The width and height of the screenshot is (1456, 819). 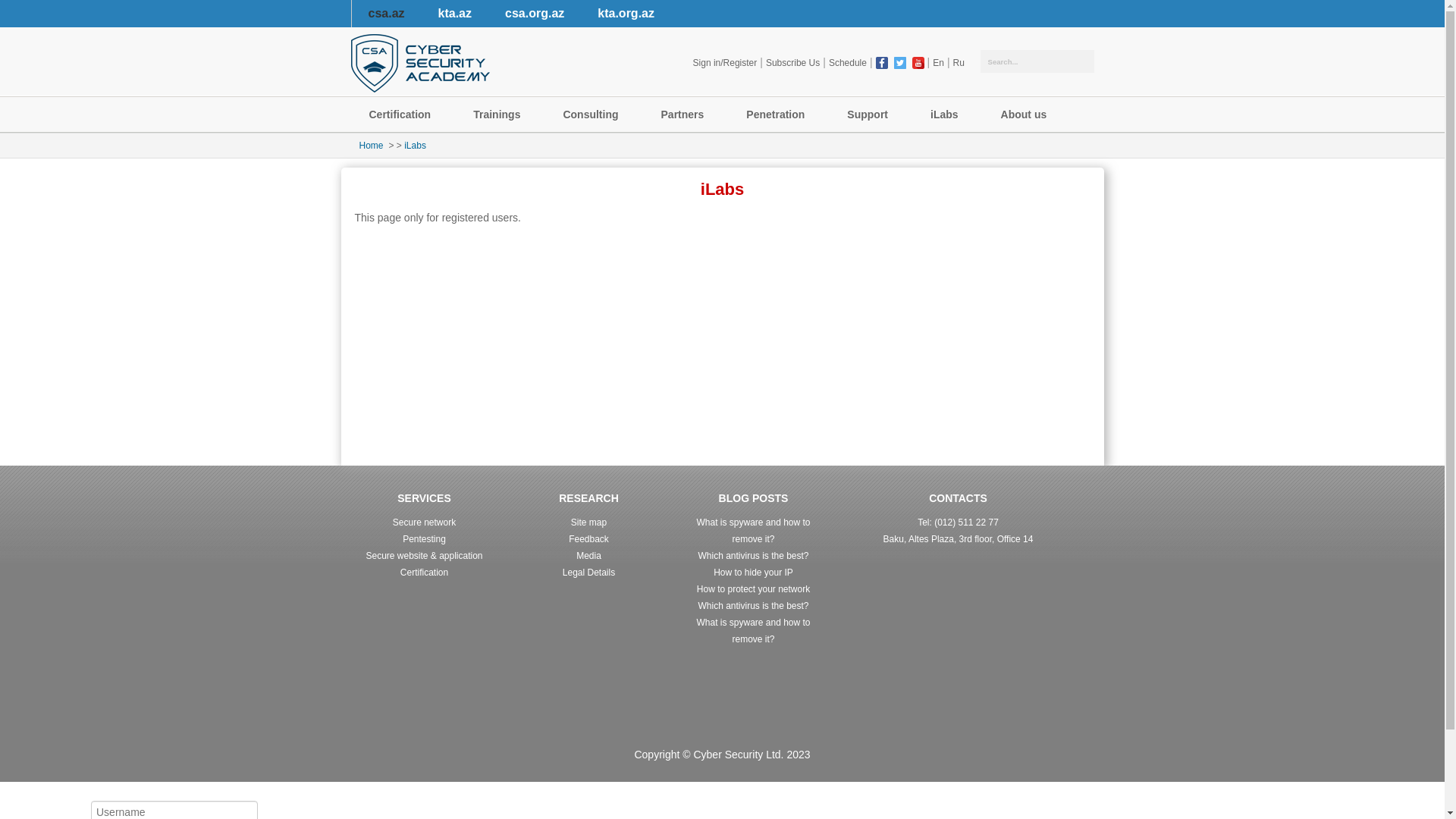 I want to click on 'Sign in/Register', so click(x=689, y=62).